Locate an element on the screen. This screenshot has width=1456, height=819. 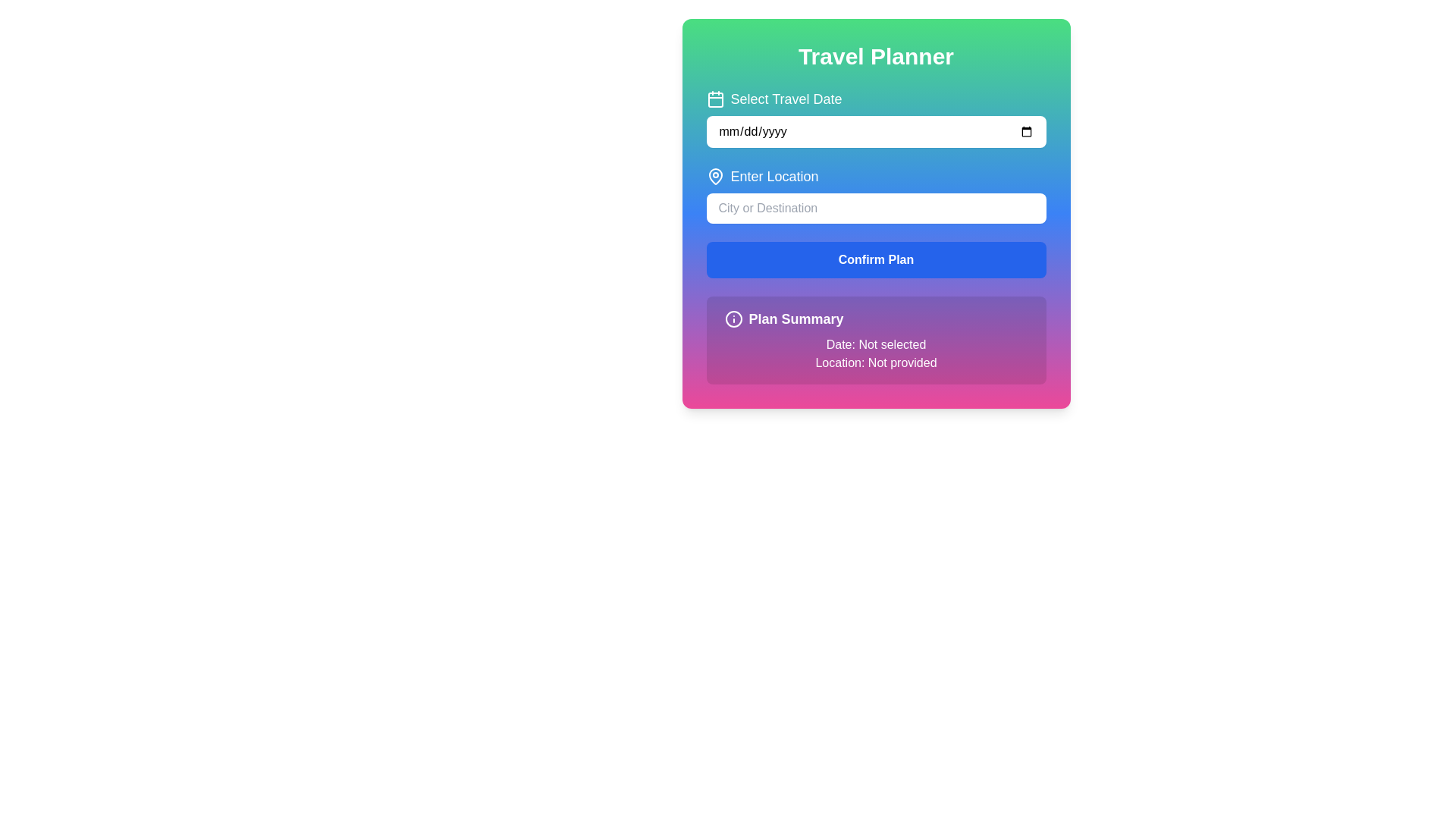
the 'Travel Planner' title text element, which serves as a header for the section and is located at the top center of the layout is located at coordinates (876, 55).